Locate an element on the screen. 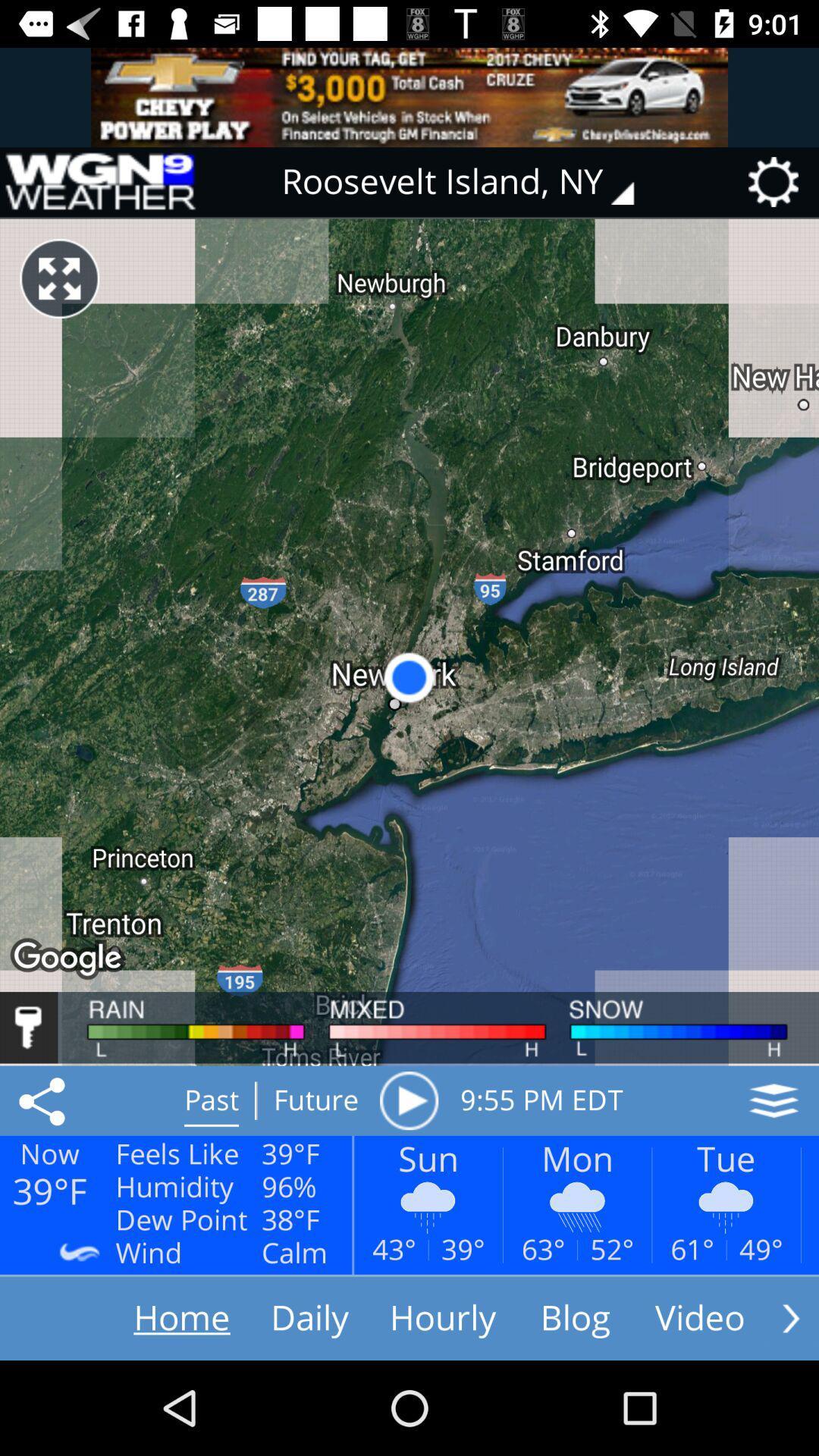 Image resolution: width=819 pixels, height=1456 pixels. open share options is located at coordinates (44, 1100).